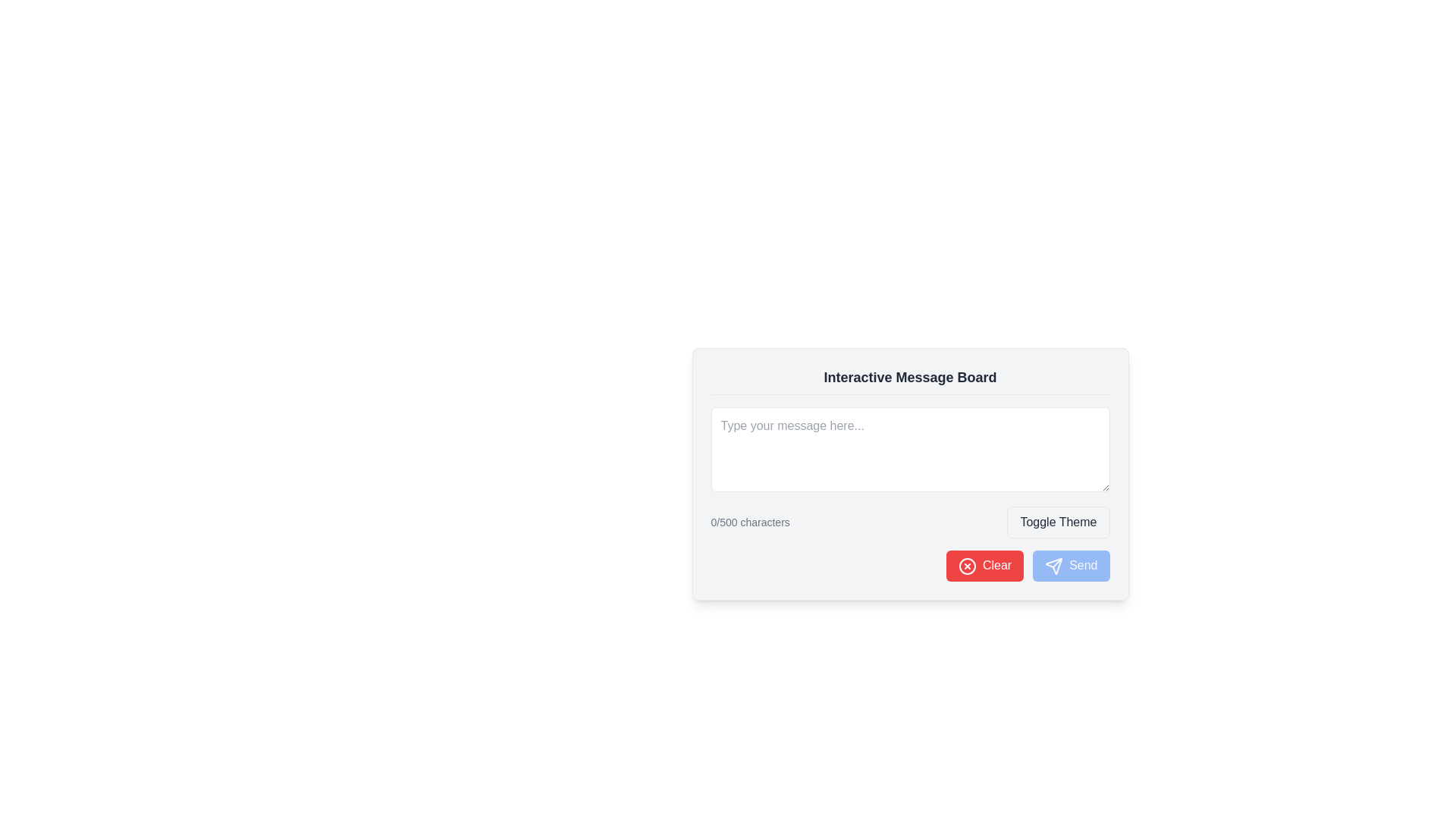 The width and height of the screenshot is (1456, 819). I want to click on the content in the text area located above the '0/500 characters' indicator and below the title 'Interactive Message Board', so click(910, 473).